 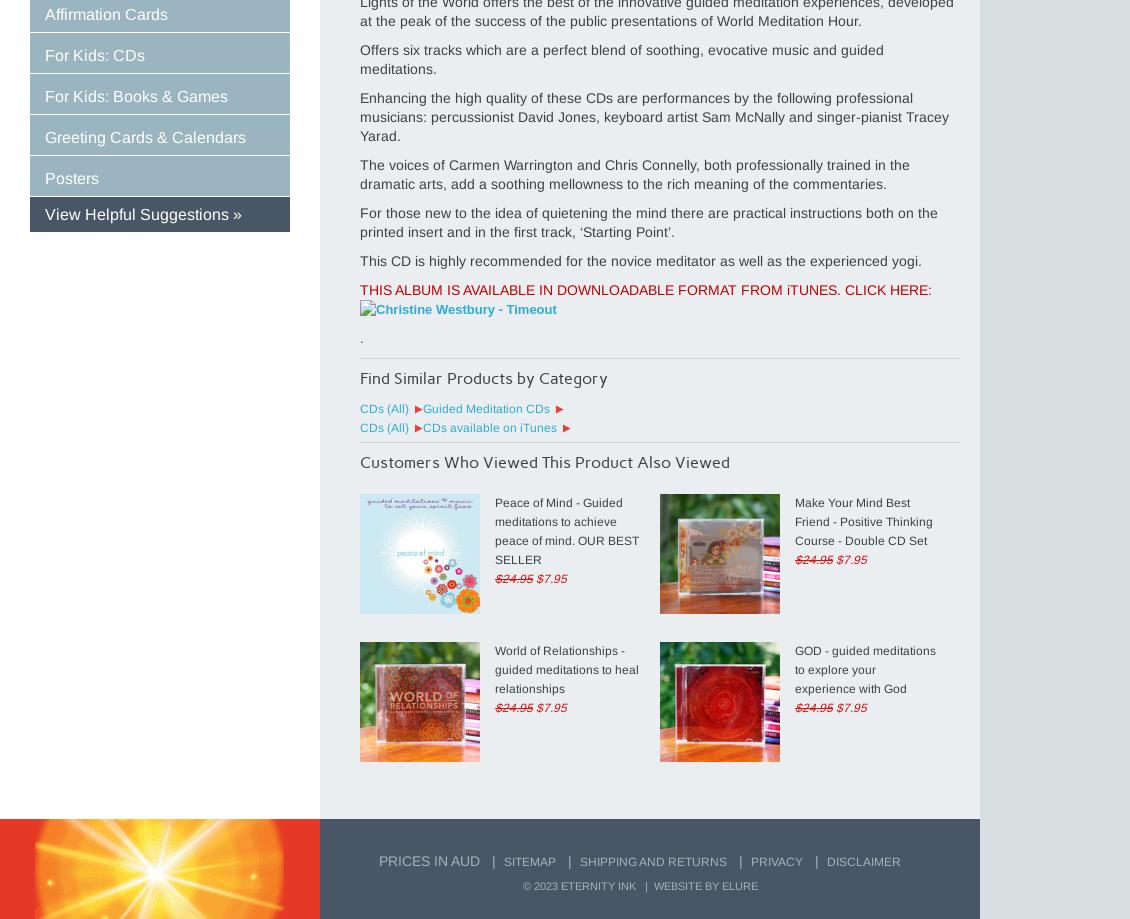 What do you see at coordinates (750, 861) in the screenshot?
I see `'Privacy'` at bounding box center [750, 861].